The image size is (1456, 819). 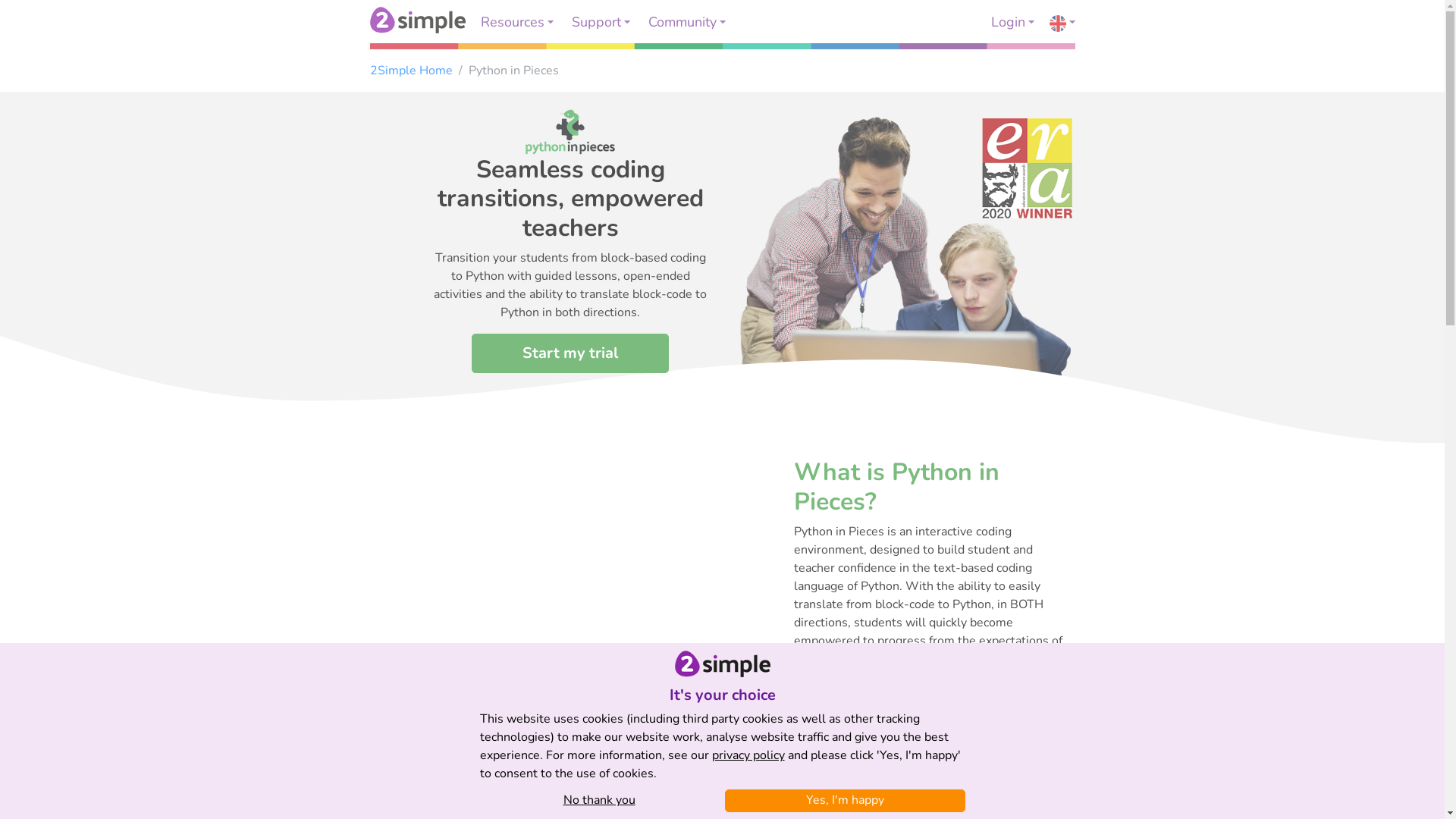 What do you see at coordinates (600, 22) in the screenshot?
I see `'Support'` at bounding box center [600, 22].